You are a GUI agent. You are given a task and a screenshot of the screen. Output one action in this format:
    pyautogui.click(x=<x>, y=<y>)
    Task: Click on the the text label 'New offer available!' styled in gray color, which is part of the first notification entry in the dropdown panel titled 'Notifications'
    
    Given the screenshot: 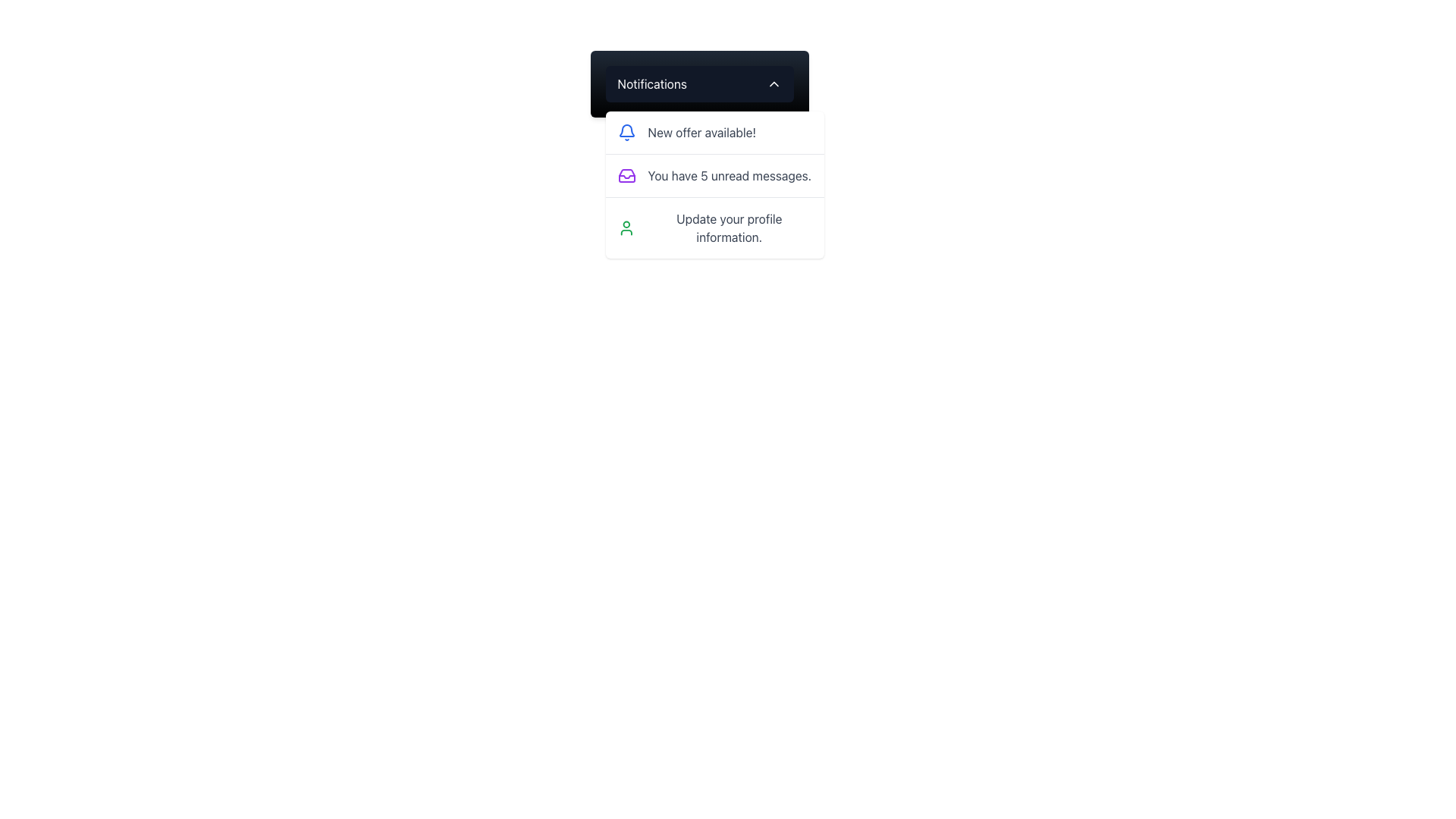 What is the action you would take?
    pyautogui.click(x=701, y=131)
    